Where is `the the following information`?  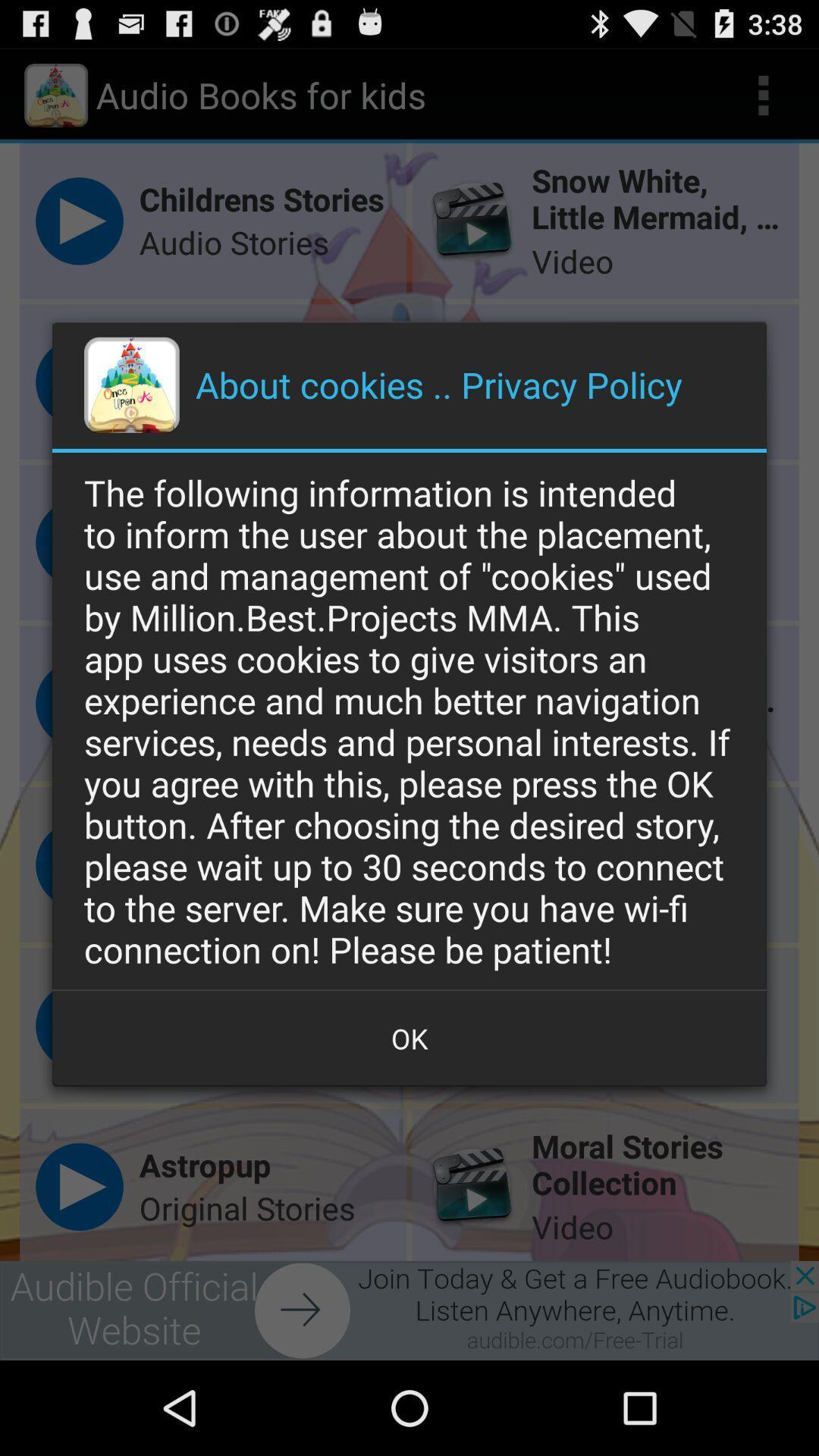 the the following information is located at coordinates (409, 720).